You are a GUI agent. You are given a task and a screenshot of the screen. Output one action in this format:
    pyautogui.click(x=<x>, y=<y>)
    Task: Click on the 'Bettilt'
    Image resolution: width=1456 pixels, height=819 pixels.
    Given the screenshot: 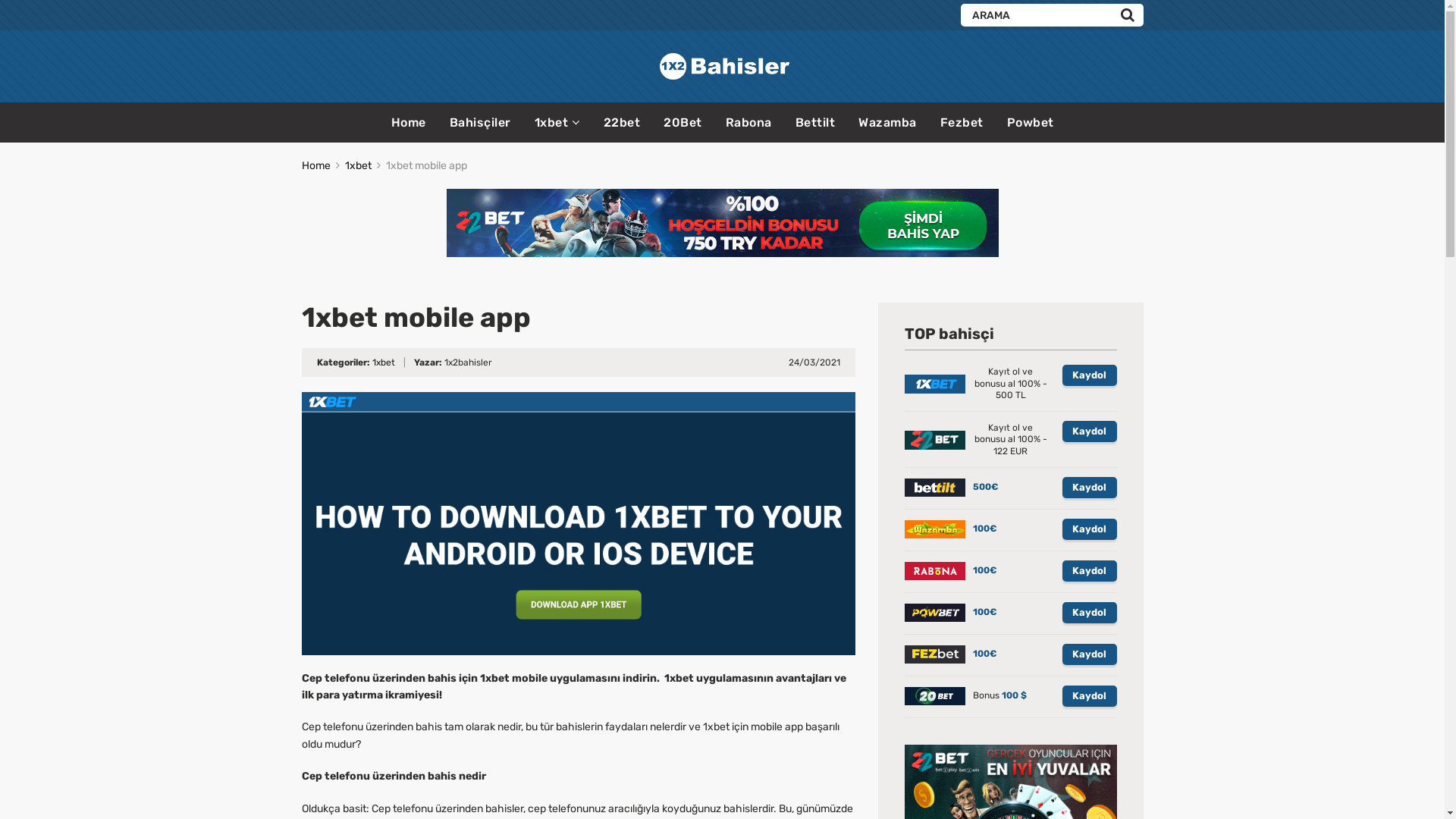 What is the action you would take?
    pyautogui.click(x=793, y=122)
    